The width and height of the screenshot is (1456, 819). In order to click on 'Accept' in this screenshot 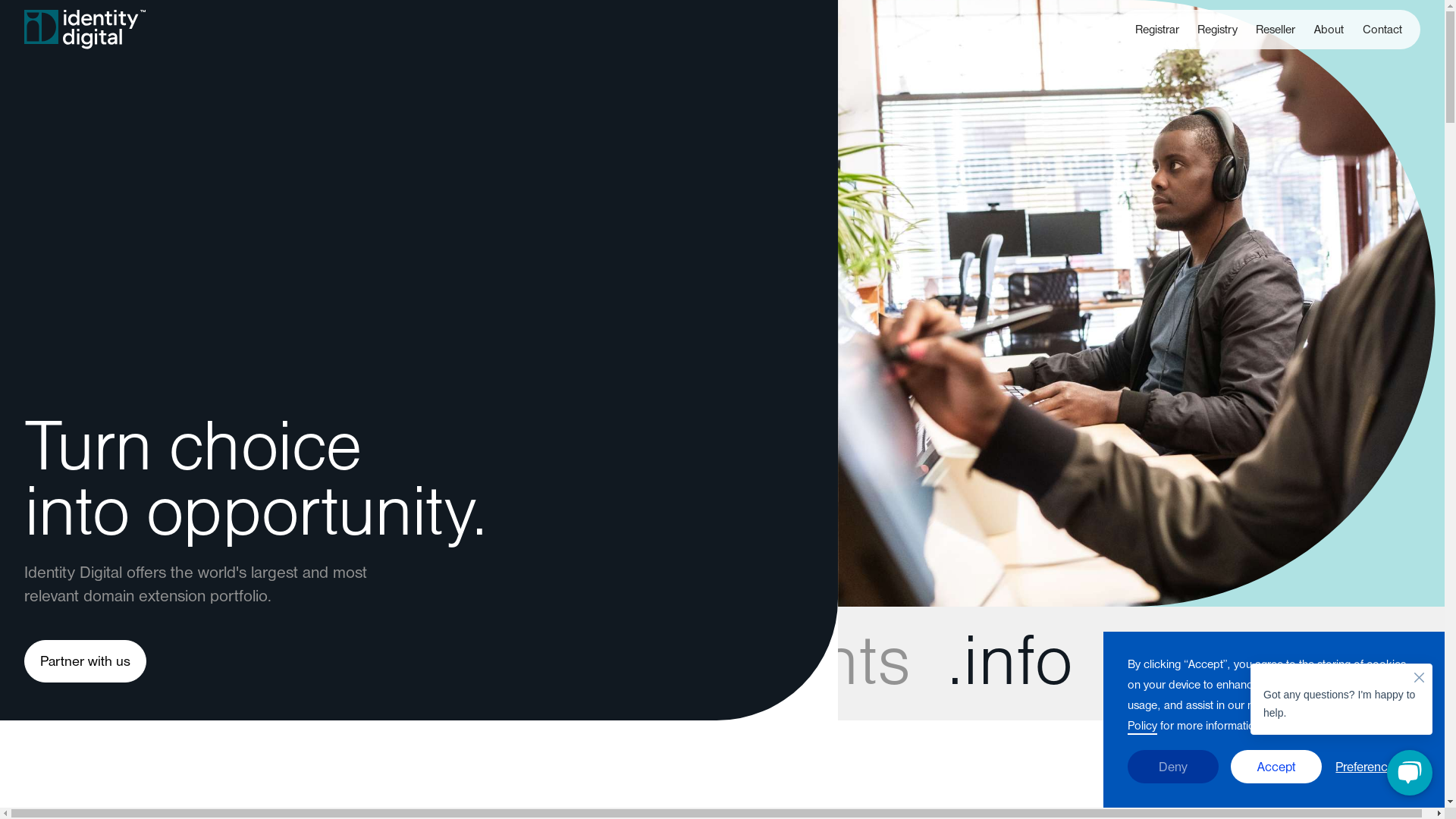, I will do `click(1276, 766)`.